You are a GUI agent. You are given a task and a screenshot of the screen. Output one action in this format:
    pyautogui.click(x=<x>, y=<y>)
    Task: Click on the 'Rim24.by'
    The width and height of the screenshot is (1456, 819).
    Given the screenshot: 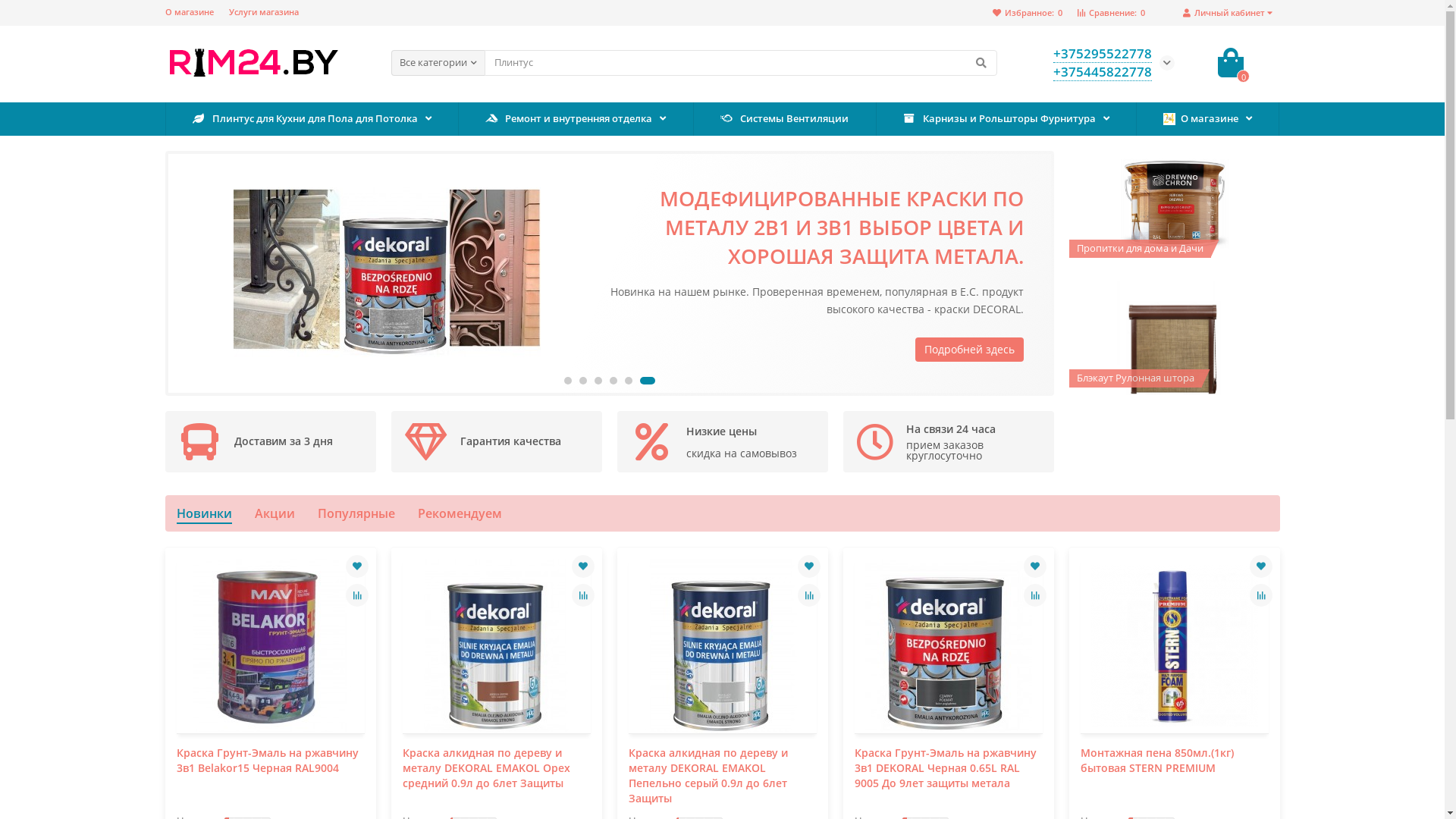 What is the action you would take?
    pyautogui.click(x=253, y=61)
    